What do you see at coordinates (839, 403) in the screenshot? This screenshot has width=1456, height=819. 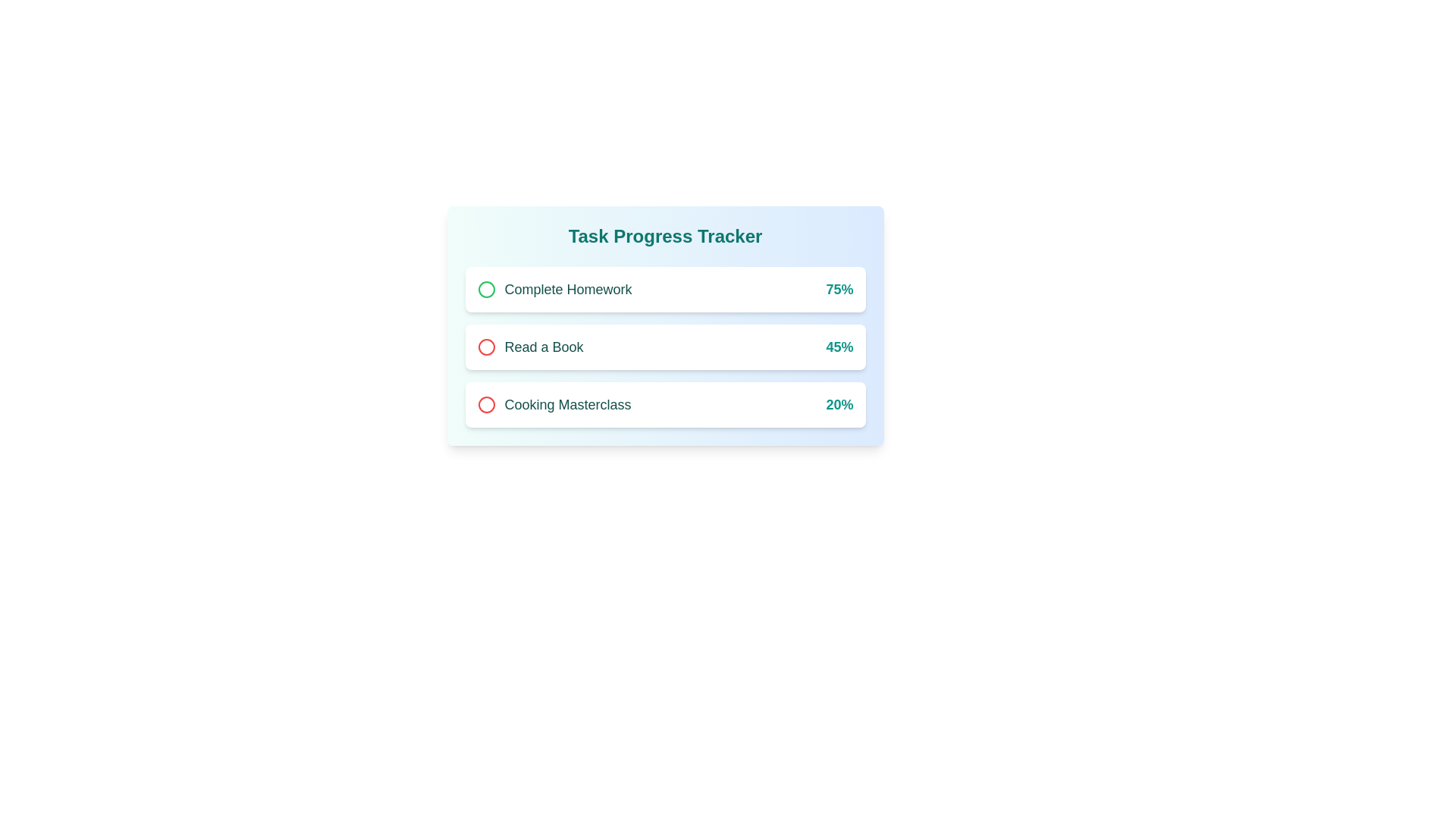 I see `the static text label displaying the progress percentage for the 'Cooking Masterclass' task, which is located in the right section of the content box and aligned with the 'Cooking Masterclass' text` at bounding box center [839, 403].